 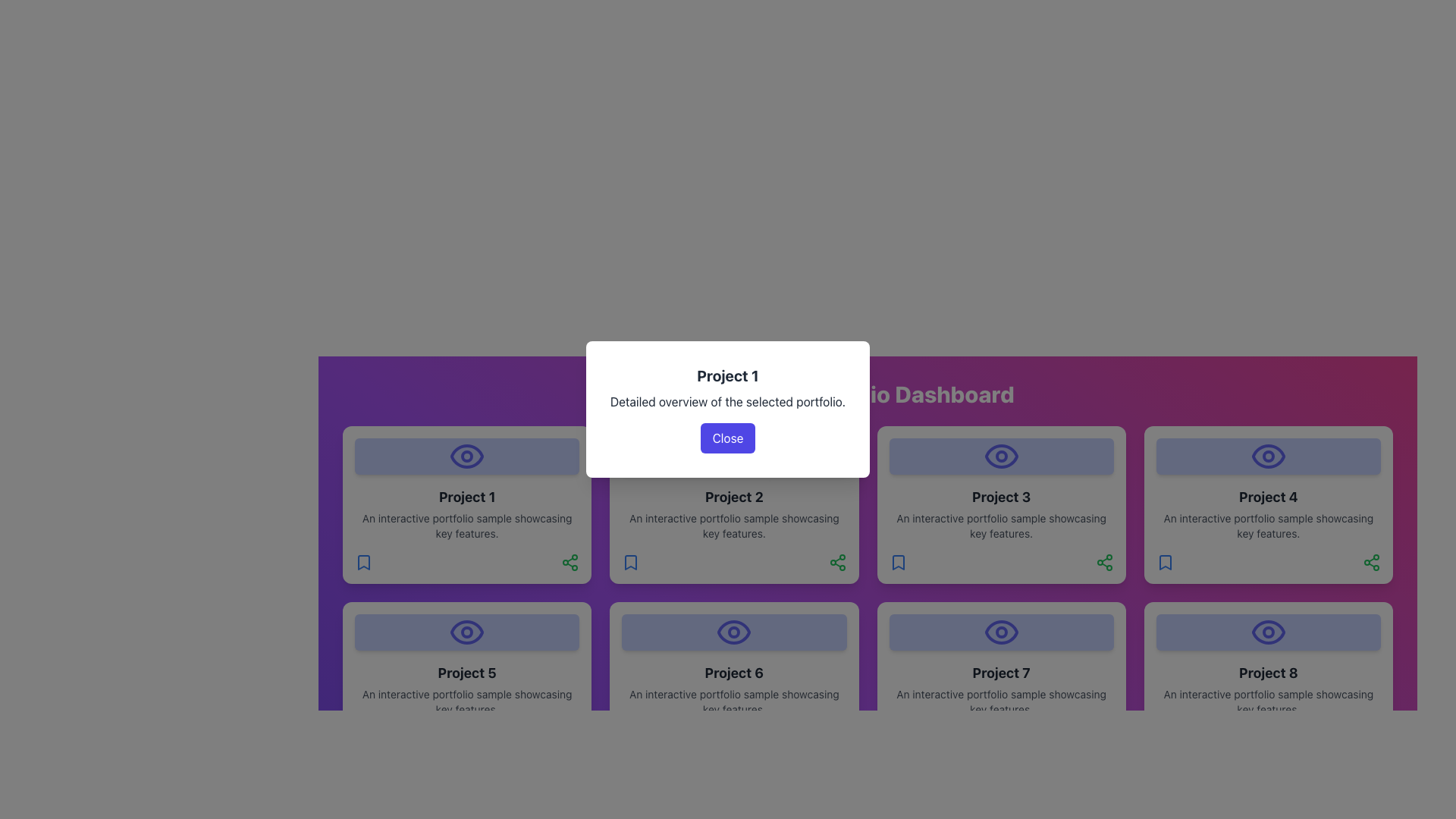 What do you see at coordinates (898, 562) in the screenshot?
I see `the active bookmark icon with a gray outline and solid fill located in the third card from the left in the top row of the grid layout` at bounding box center [898, 562].